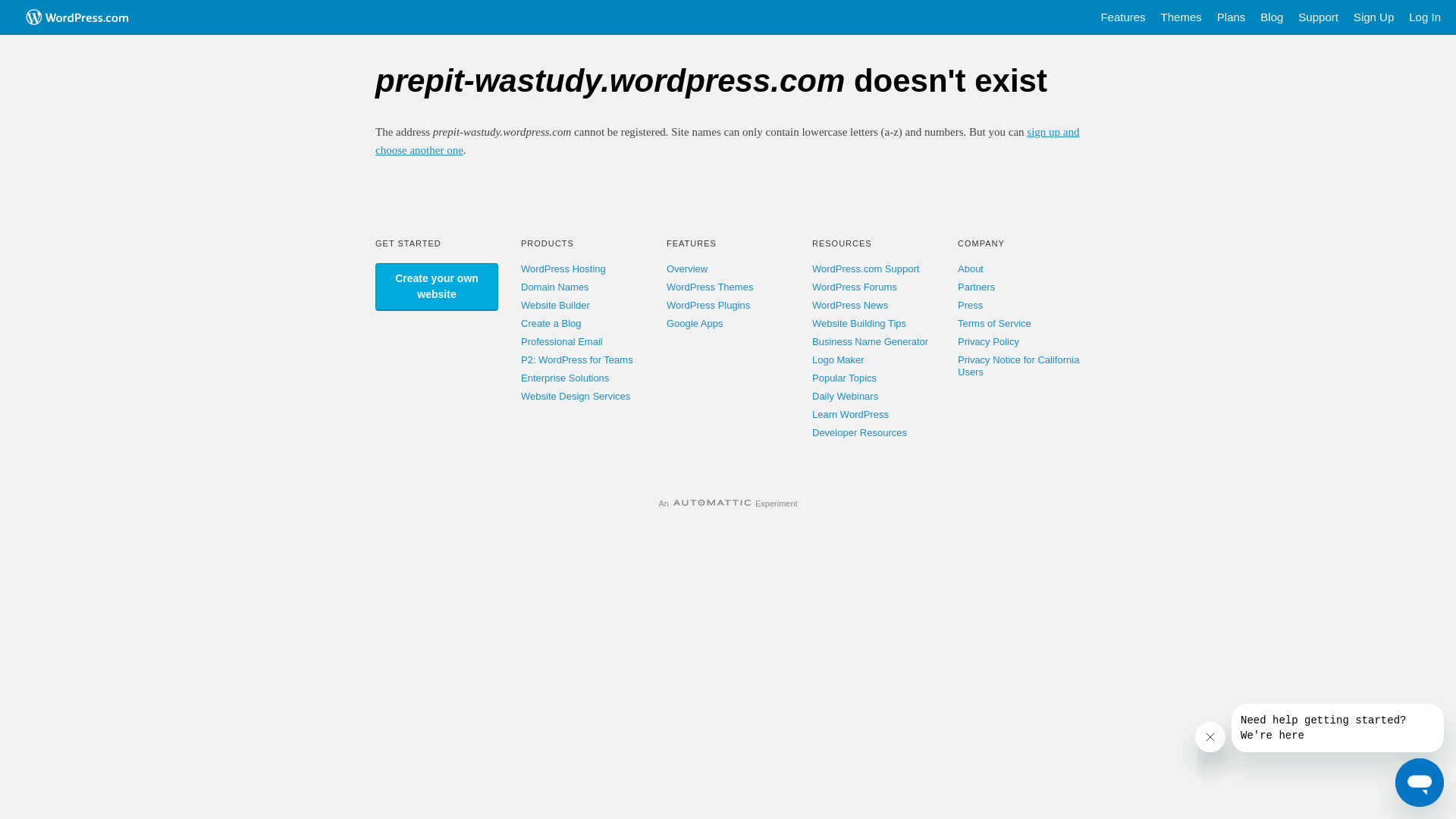  What do you see at coordinates (436, 287) in the screenshot?
I see `'Create your own website'` at bounding box center [436, 287].